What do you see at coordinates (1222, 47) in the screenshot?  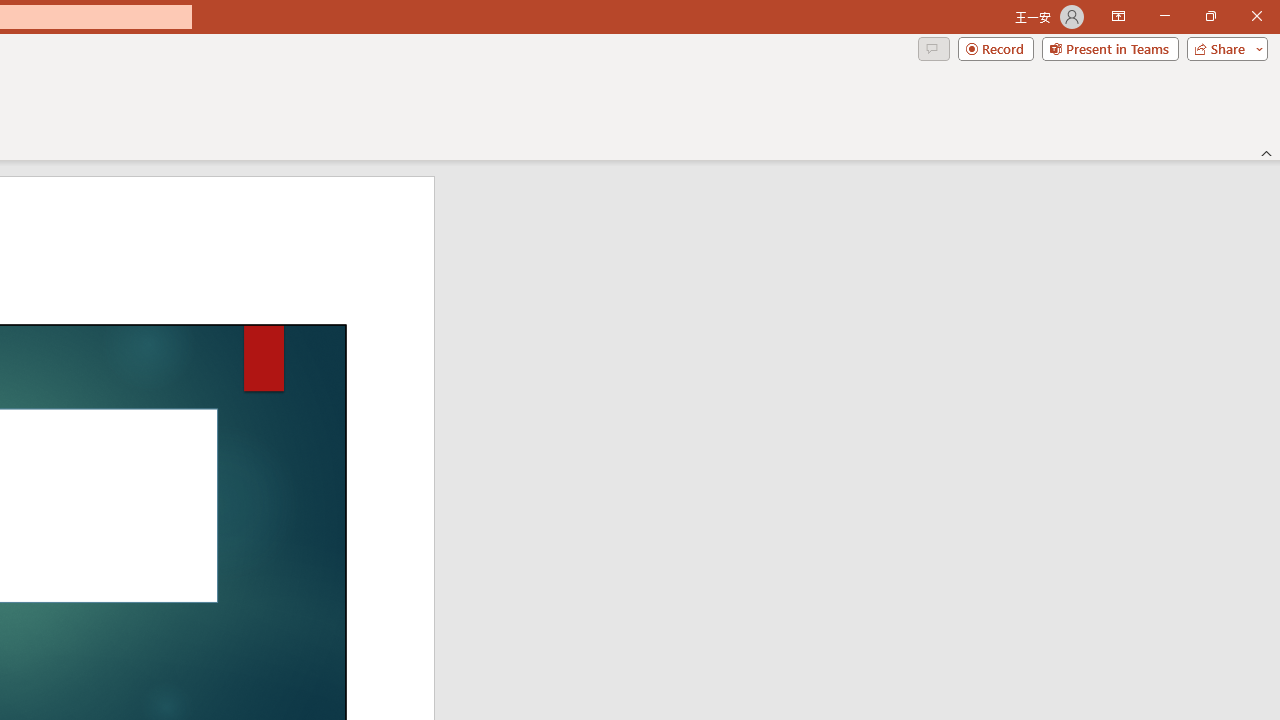 I see `'Share'` at bounding box center [1222, 47].